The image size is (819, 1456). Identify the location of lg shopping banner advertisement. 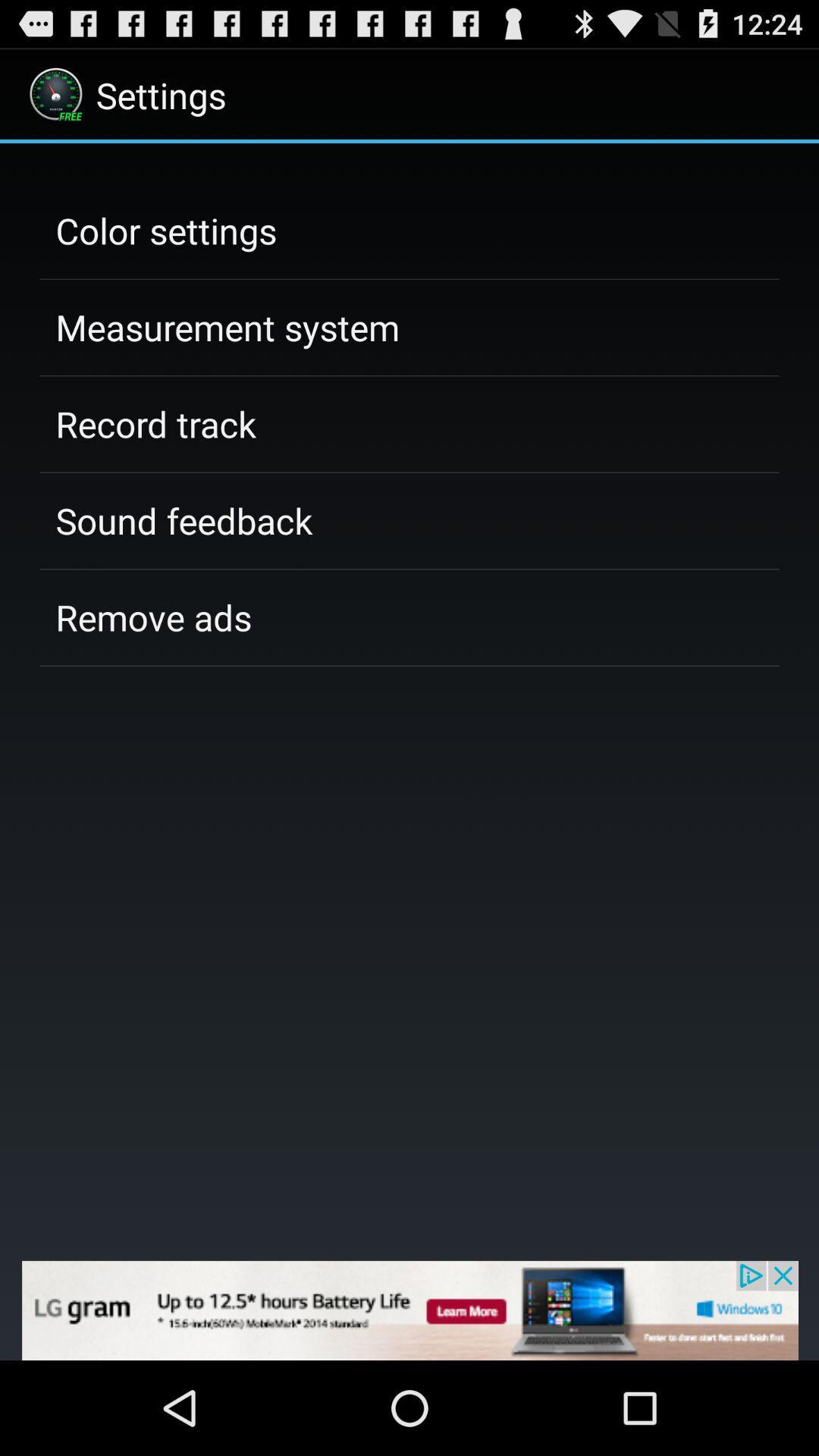
(409, 1310).